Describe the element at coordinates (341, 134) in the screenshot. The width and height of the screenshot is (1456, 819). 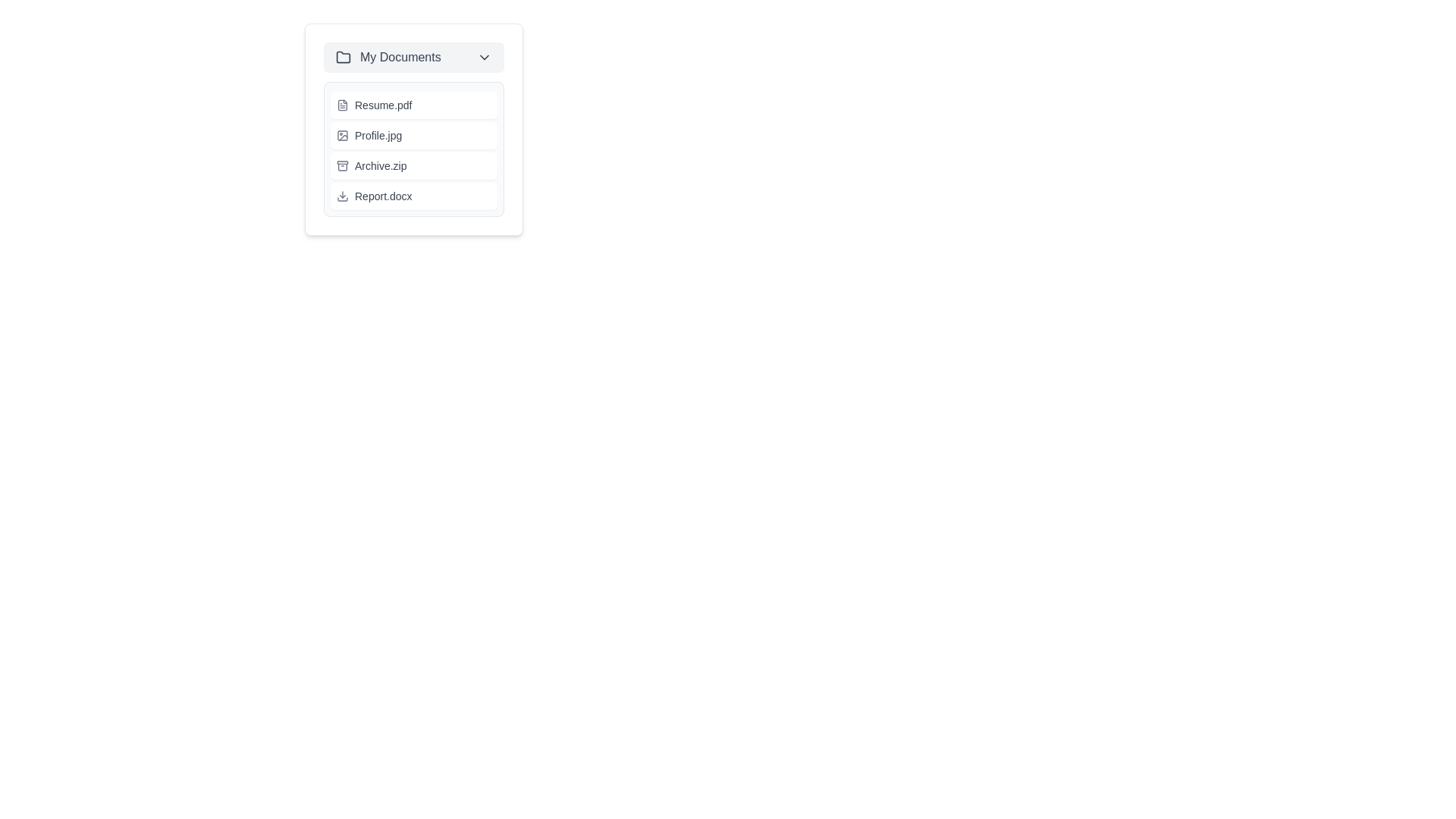
I see `the minimalistic gray icon resembling an image with a rectangular frame and a small circle inside, located to the immediate left of the text 'Profile.jpg'` at that location.